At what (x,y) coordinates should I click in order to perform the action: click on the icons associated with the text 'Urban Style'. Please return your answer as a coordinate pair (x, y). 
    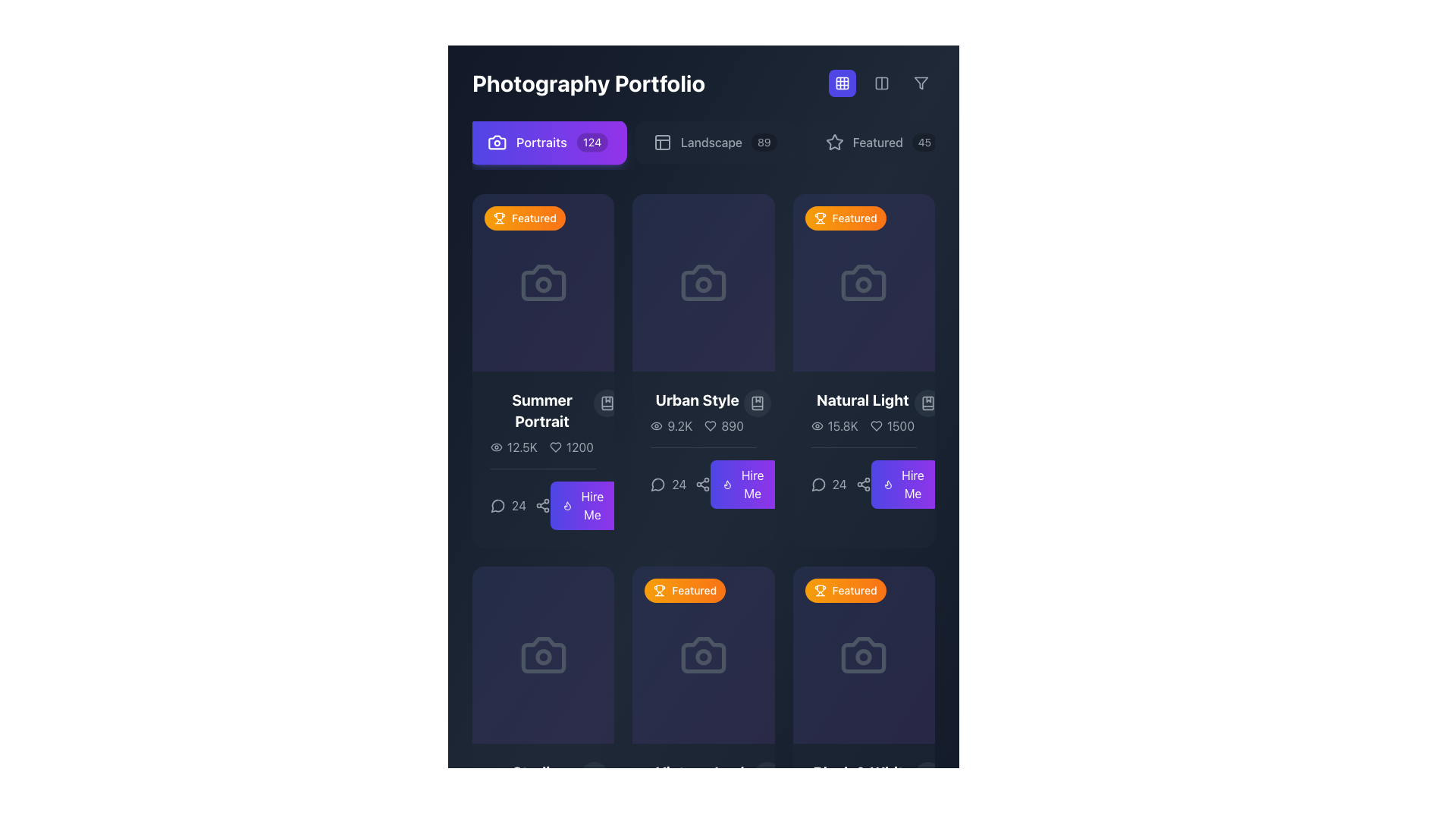
    Looking at the image, I should click on (702, 413).